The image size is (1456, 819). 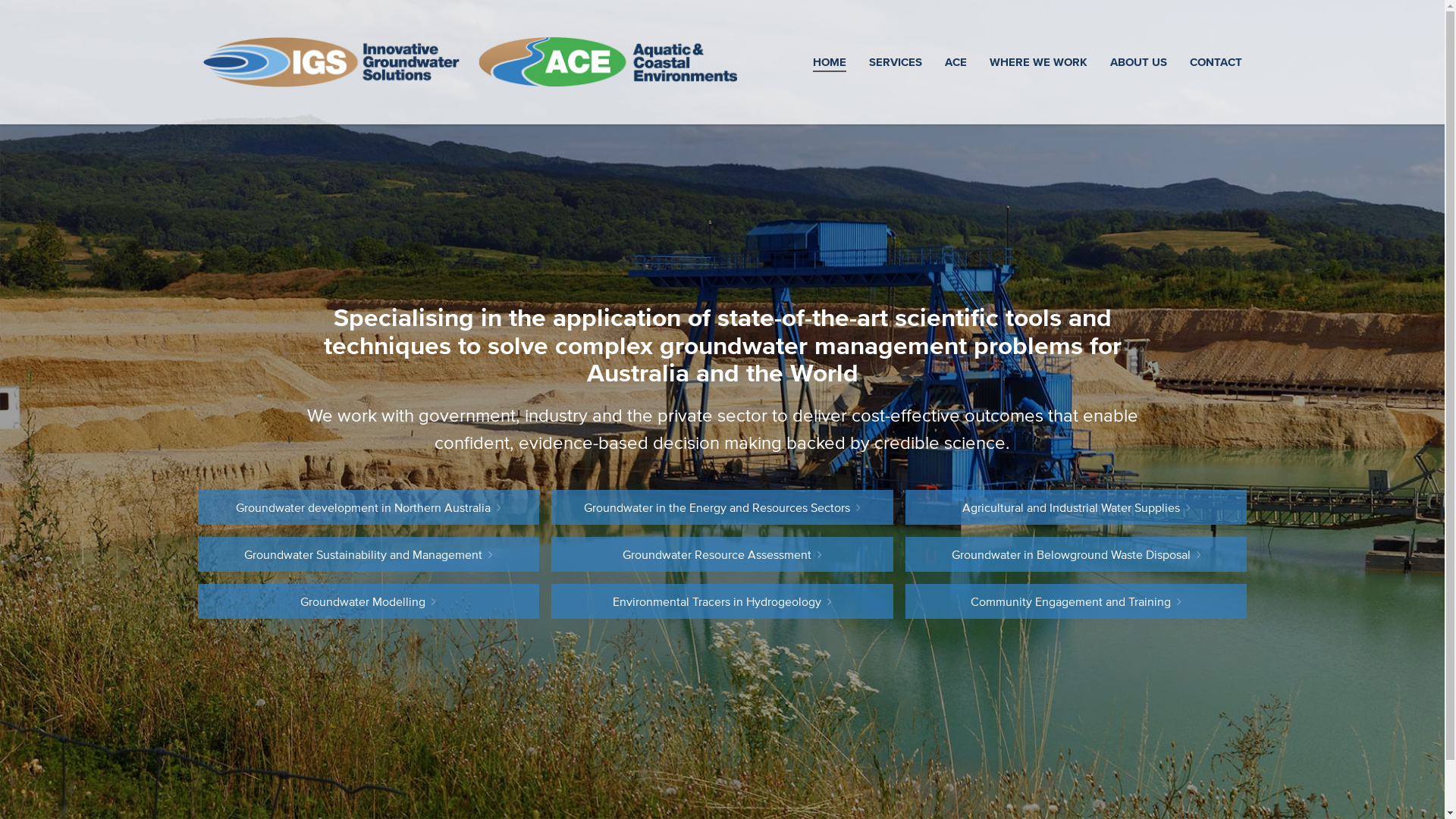 I want to click on 'Groundwater in Belowground Waste Disposal  ', so click(x=1075, y=554).